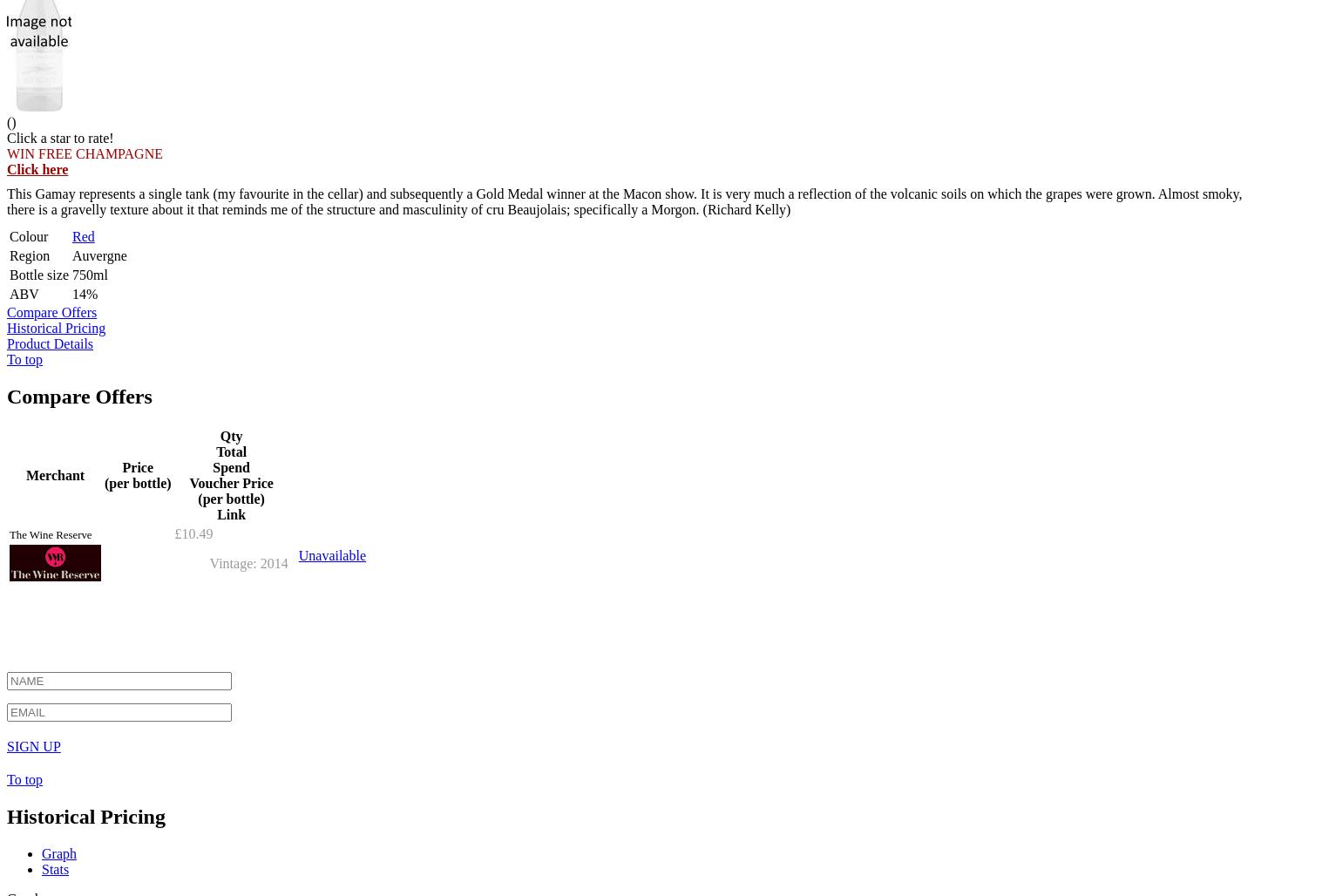 This screenshot has width=1329, height=896. What do you see at coordinates (58, 852) in the screenshot?
I see `'Graph'` at bounding box center [58, 852].